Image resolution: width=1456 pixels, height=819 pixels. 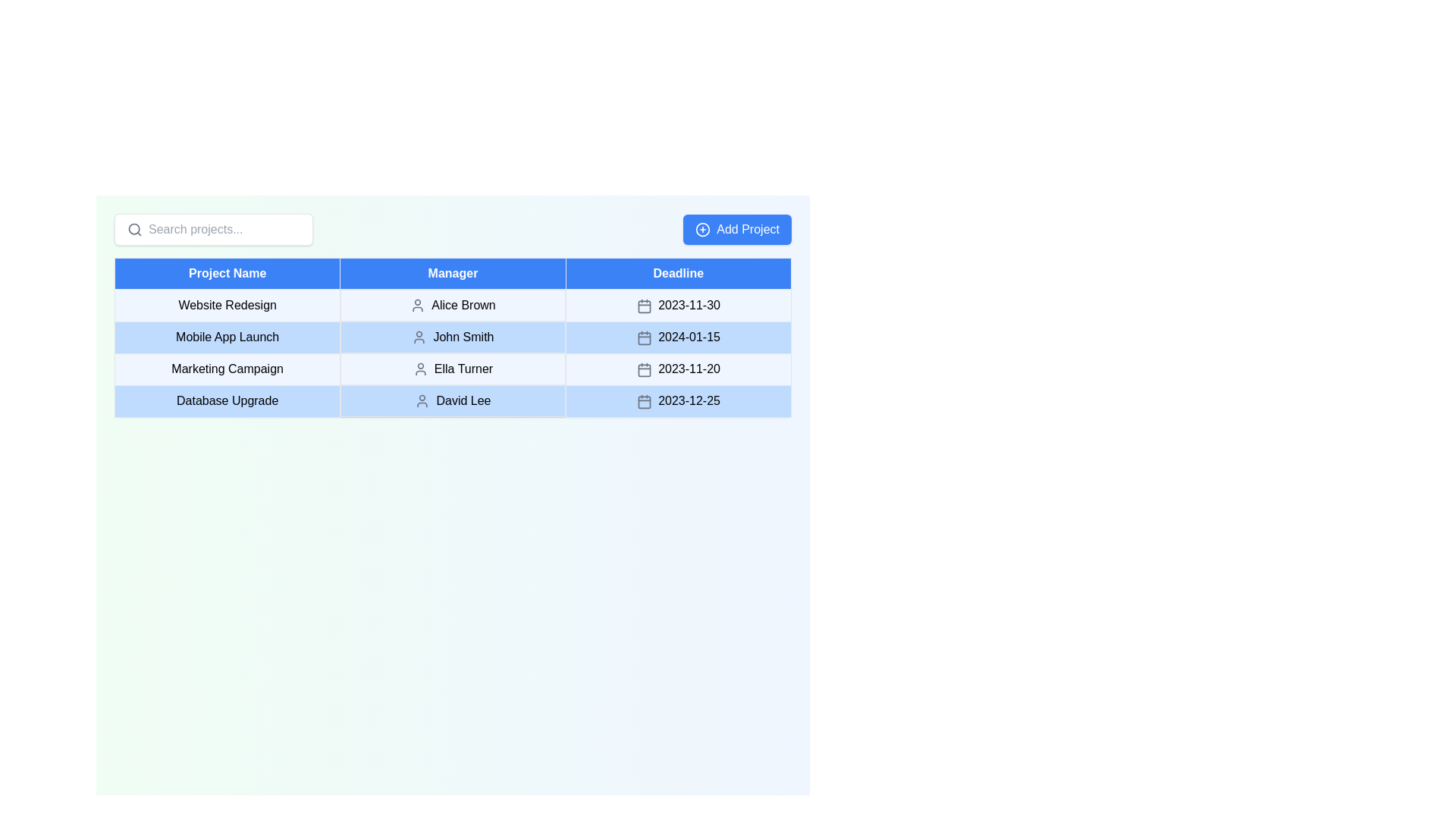 What do you see at coordinates (134, 229) in the screenshot?
I see `the SVG circle element that represents the search magnifier's lens, located to the left of the search bar` at bounding box center [134, 229].